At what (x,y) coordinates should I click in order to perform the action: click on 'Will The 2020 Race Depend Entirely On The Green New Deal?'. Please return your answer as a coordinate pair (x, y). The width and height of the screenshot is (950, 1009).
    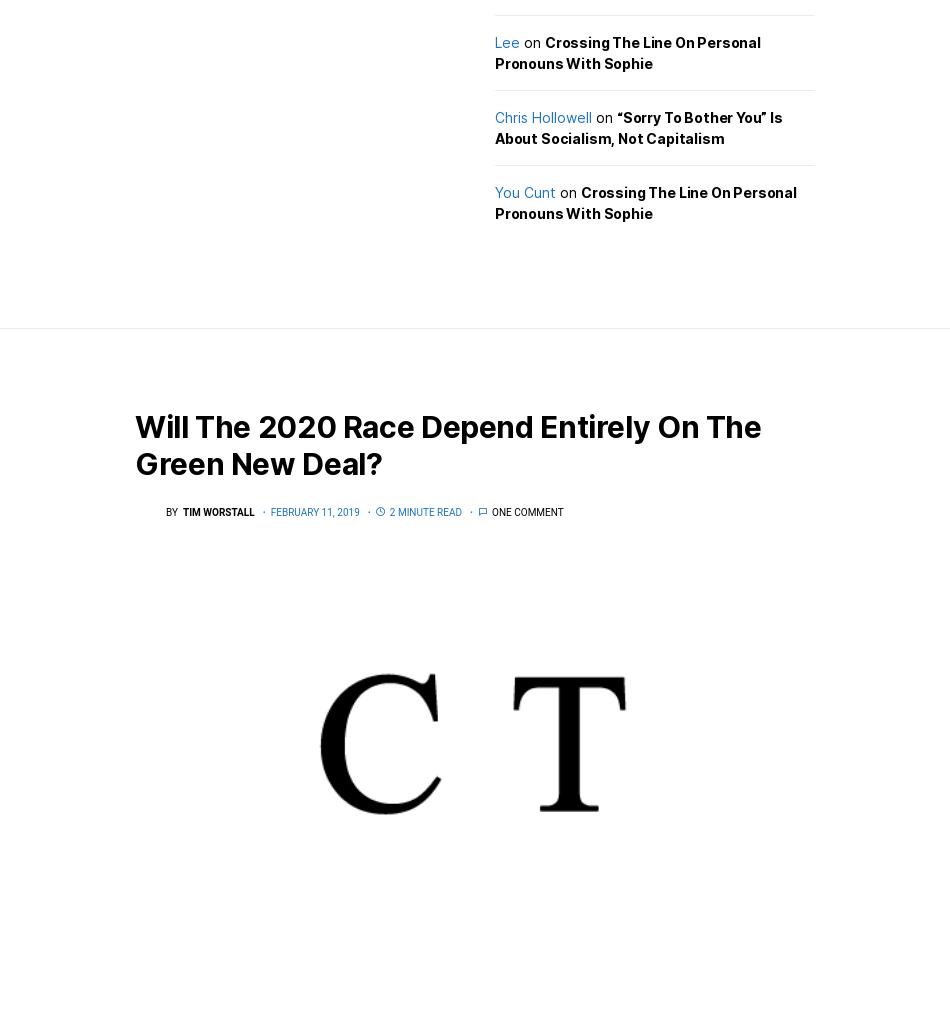
    Looking at the image, I should click on (447, 443).